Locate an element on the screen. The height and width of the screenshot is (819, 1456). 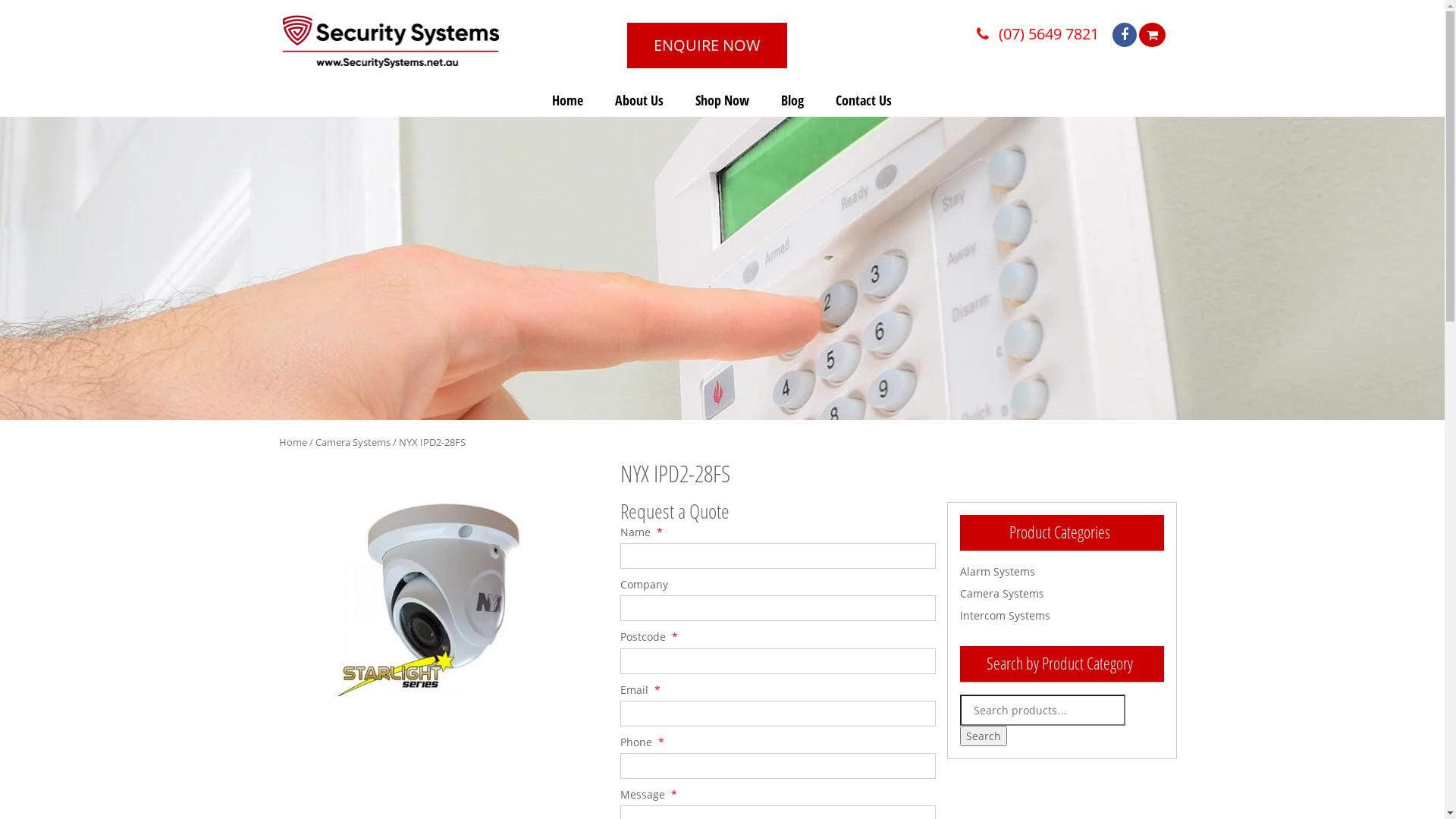
'Contact Us' is located at coordinates (863, 99).